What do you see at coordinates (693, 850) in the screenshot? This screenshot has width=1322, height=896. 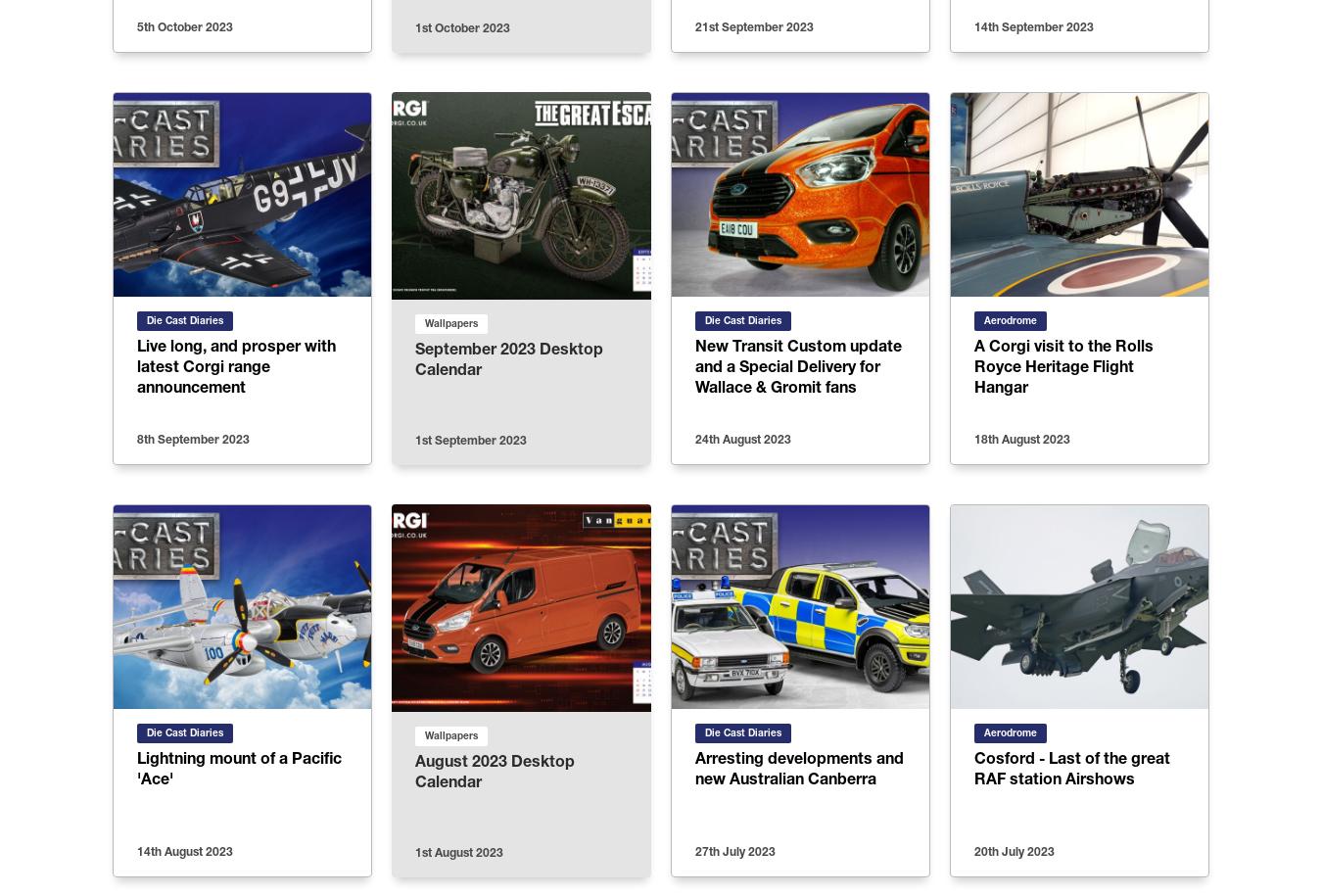 I see `'27th July 2023'` at bounding box center [693, 850].